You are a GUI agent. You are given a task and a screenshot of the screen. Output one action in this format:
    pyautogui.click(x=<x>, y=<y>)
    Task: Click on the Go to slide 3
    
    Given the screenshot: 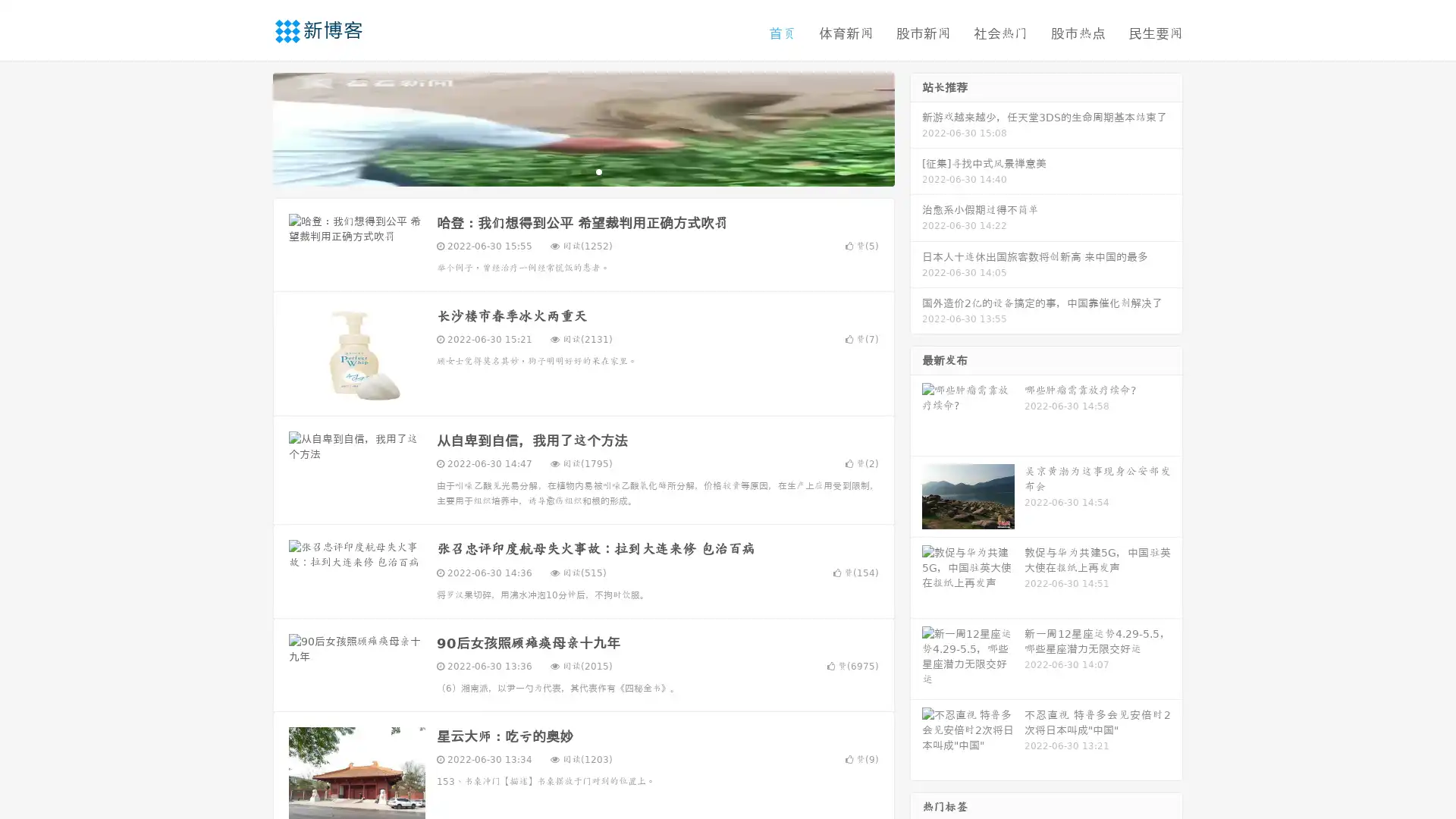 What is the action you would take?
    pyautogui.click(x=598, y=171)
    